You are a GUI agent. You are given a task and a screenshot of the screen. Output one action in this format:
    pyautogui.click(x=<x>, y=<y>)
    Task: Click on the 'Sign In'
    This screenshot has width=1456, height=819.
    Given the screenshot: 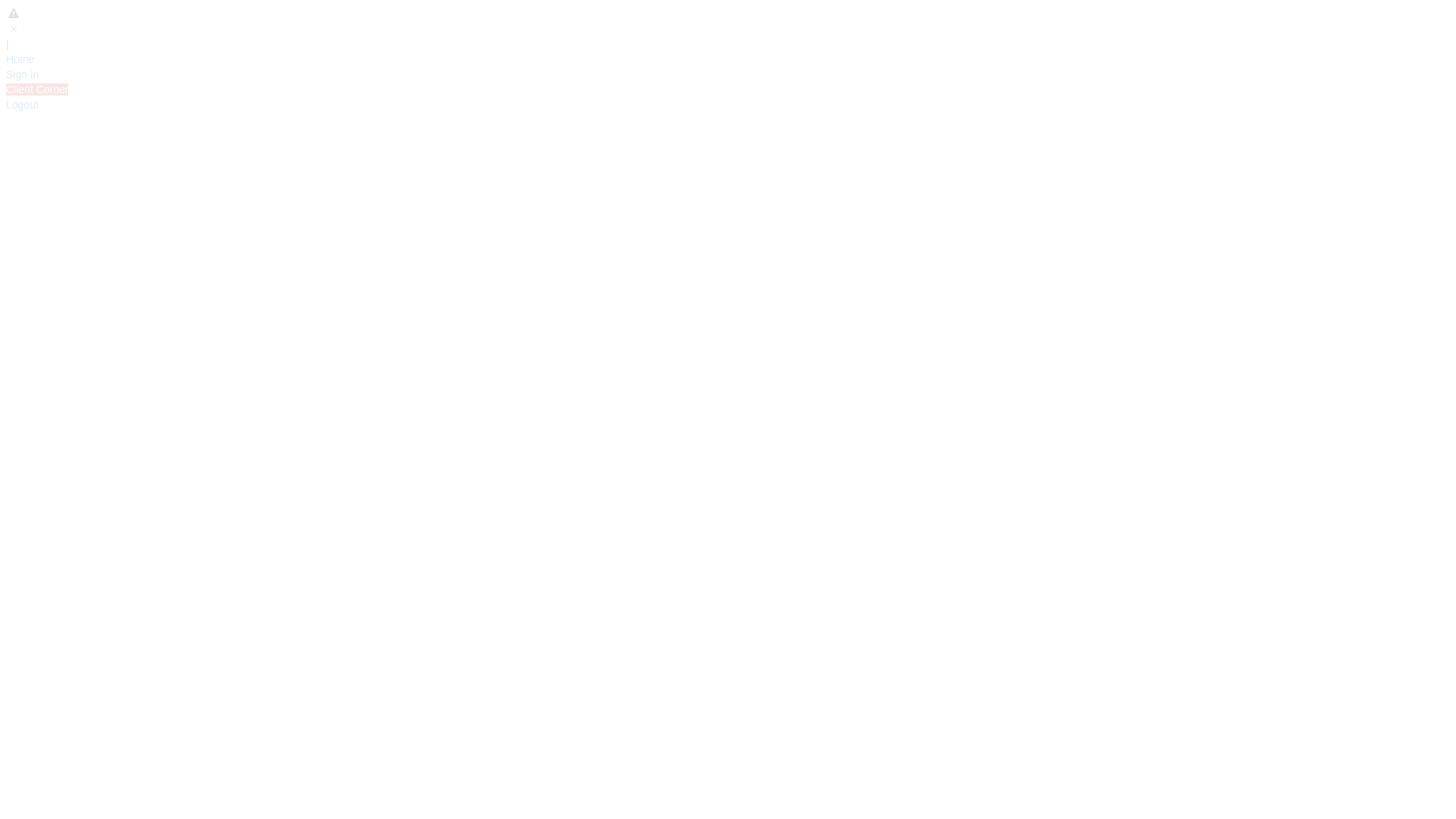 What is the action you would take?
    pyautogui.click(x=6, y=74)
    